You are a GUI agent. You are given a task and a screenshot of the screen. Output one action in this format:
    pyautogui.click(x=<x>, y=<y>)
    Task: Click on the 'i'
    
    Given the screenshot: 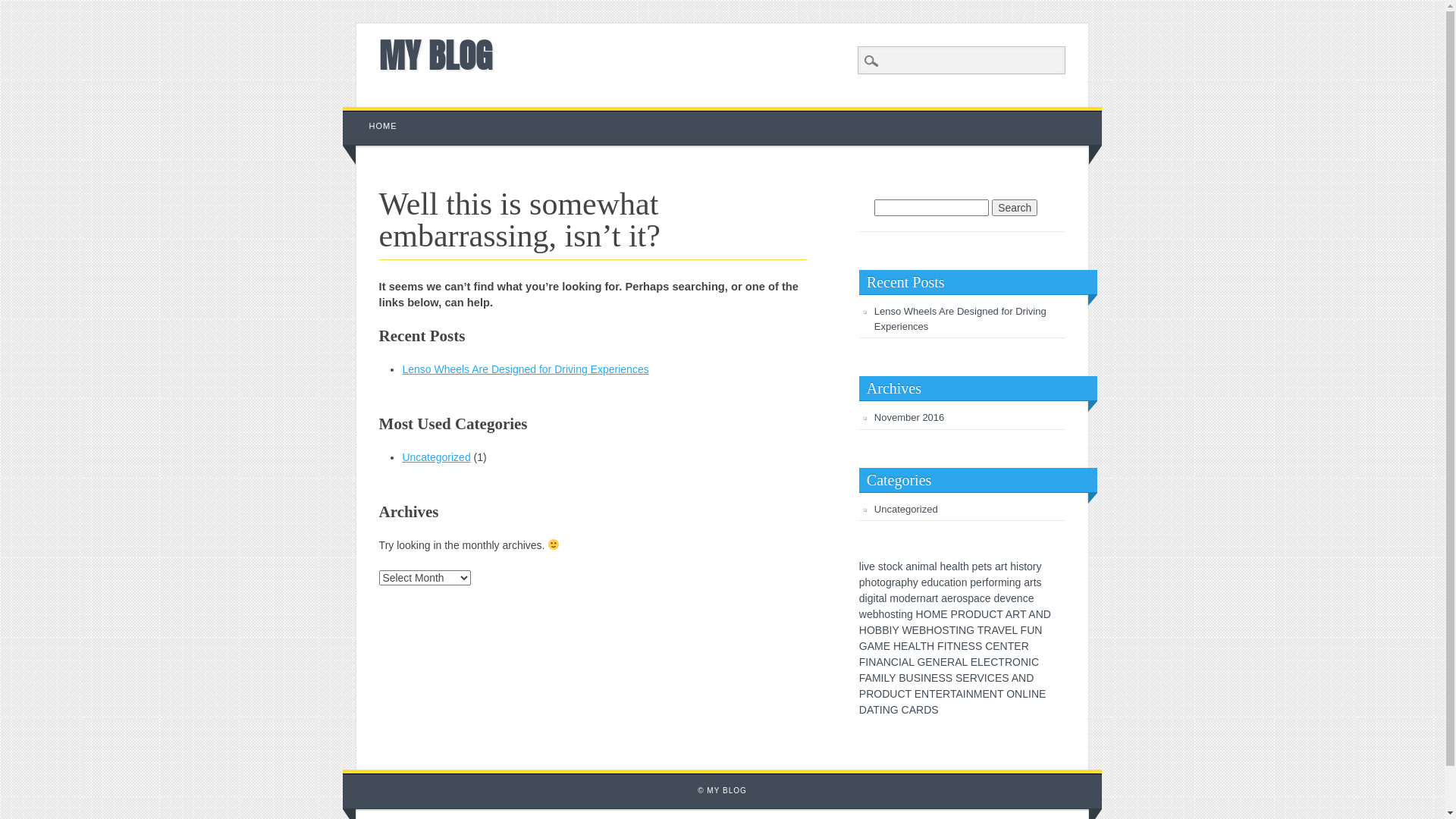 What is the action you would take?
    pyautogui.click(x=862, y=566)
    